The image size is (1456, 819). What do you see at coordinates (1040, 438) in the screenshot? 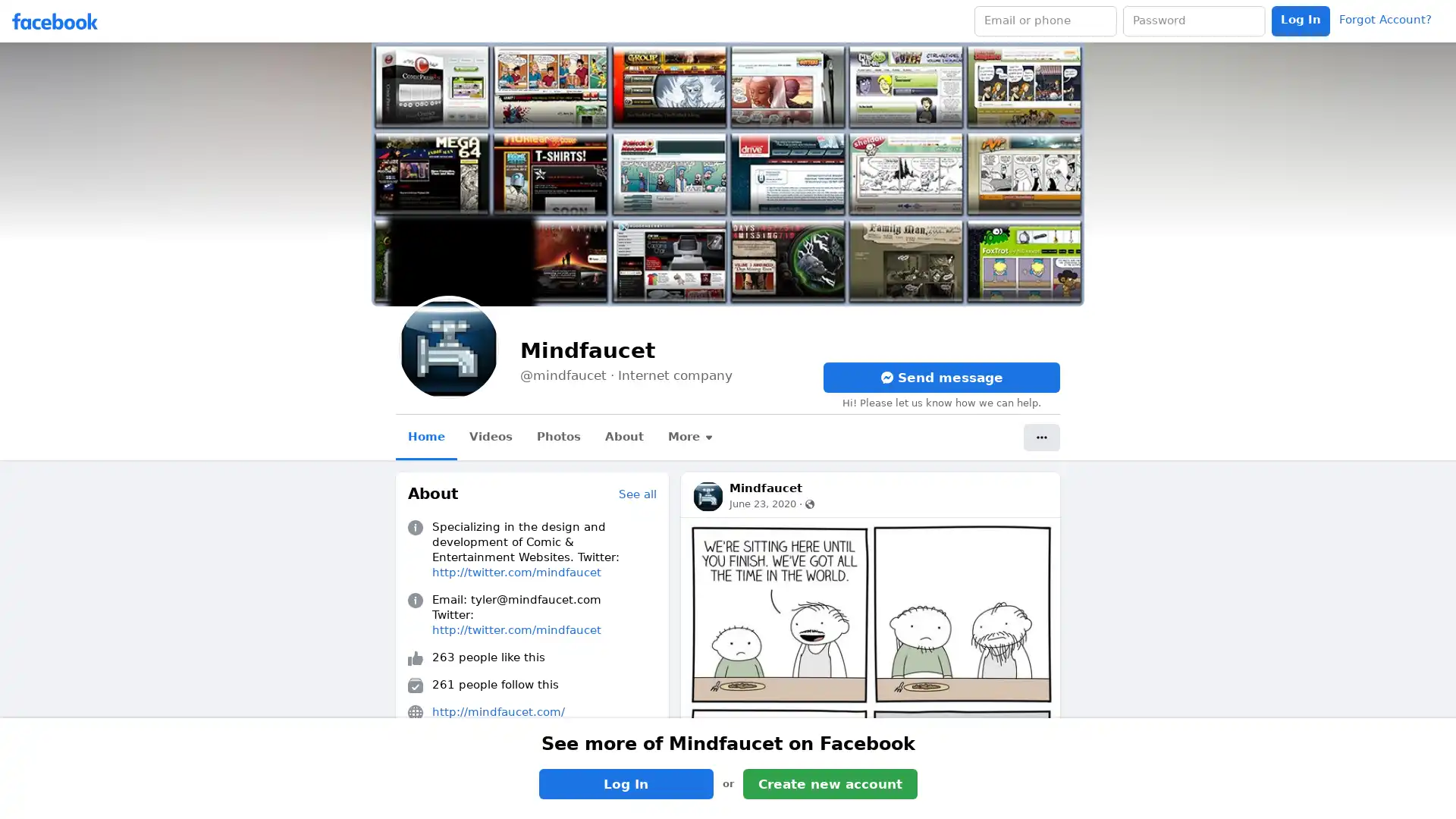
I see `More actions` at bounding box center [1040, 438].